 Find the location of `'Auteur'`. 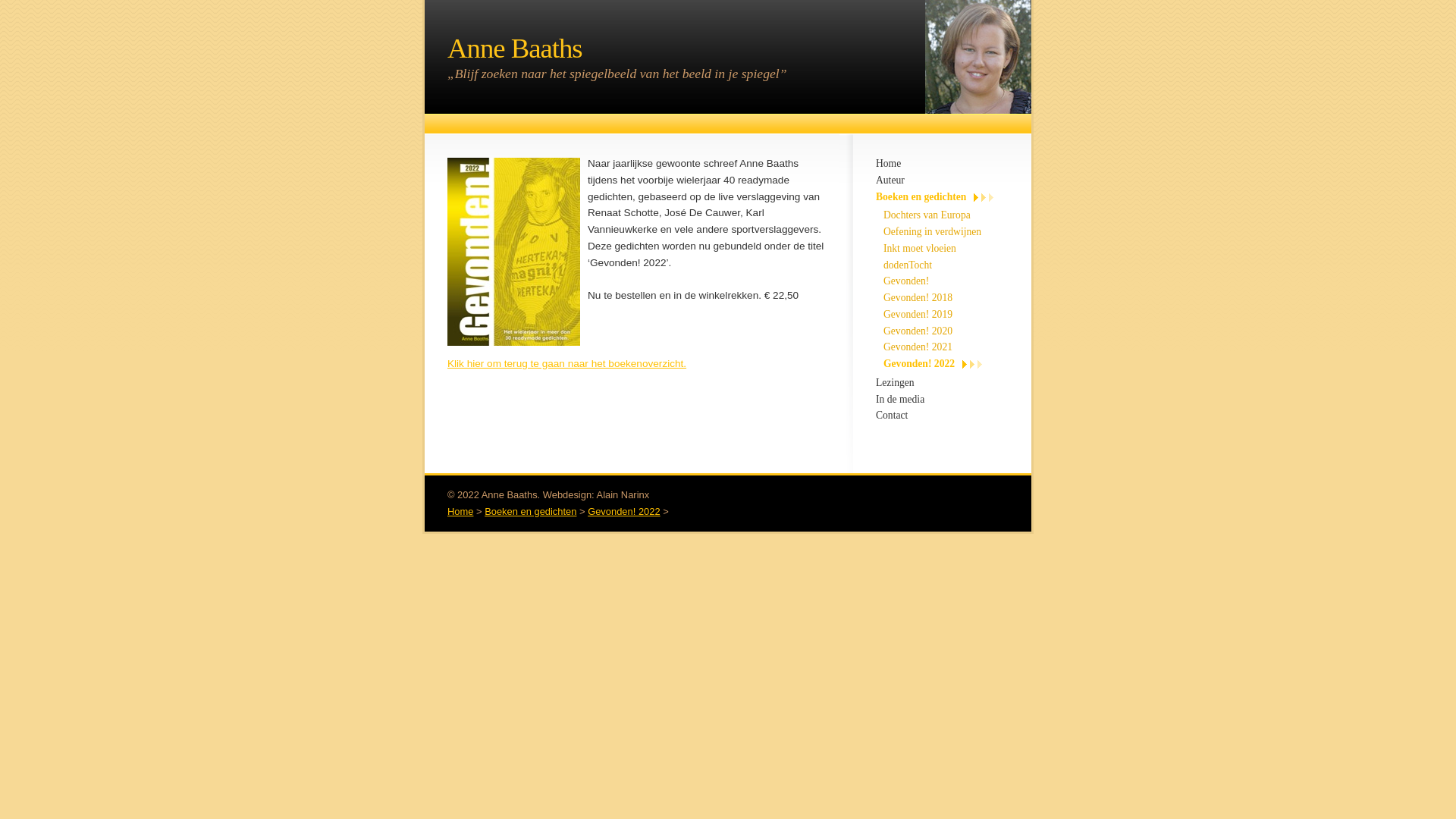

'Auteur' is located at coordinates (890, 179).